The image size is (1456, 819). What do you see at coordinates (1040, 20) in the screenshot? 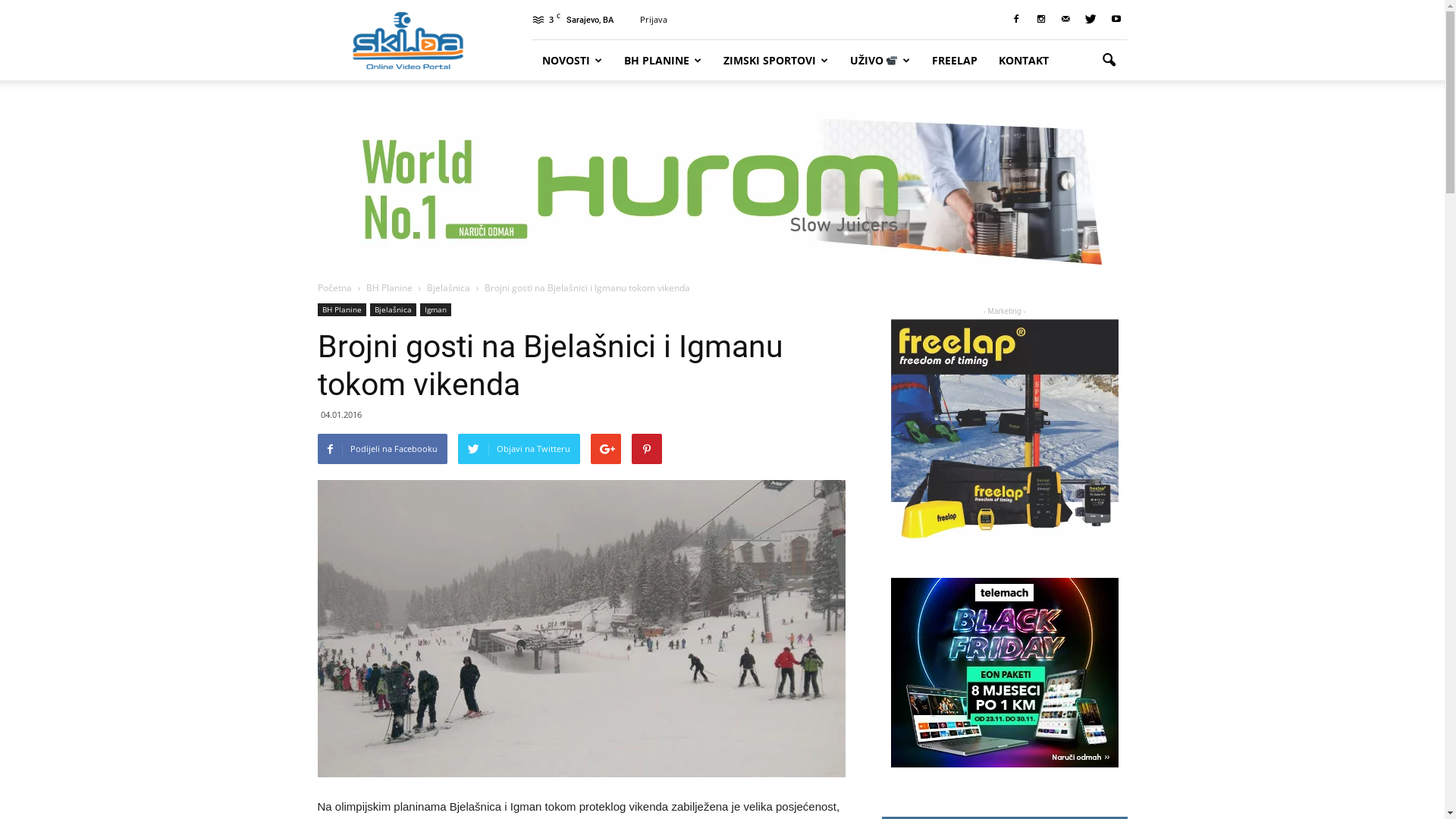
I see `'Instagram'` at bounding box center [1040, 20].